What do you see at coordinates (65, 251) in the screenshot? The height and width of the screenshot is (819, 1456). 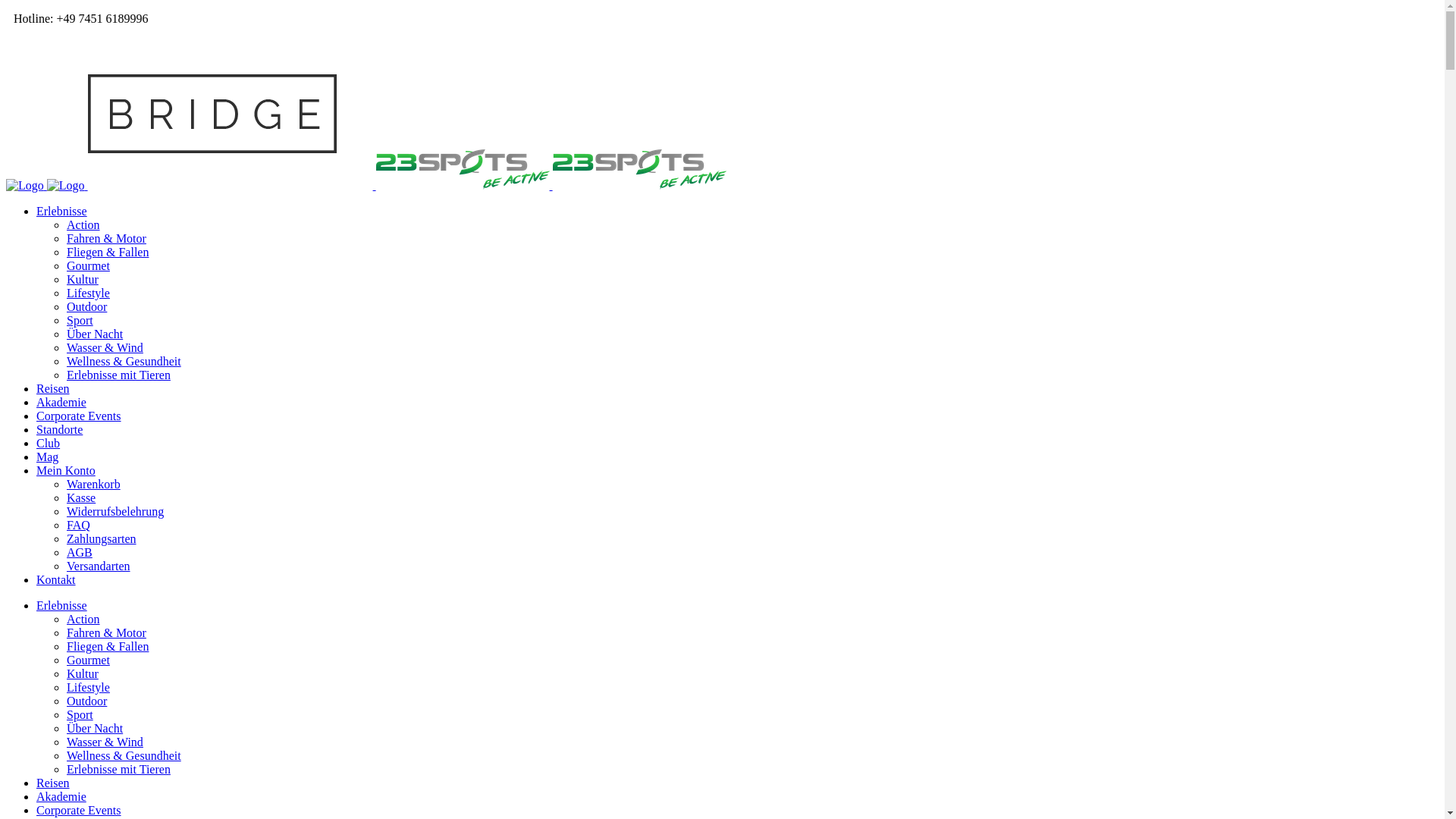 I see `'Fliegen & Fallen'` at bounding box center [65, 251].